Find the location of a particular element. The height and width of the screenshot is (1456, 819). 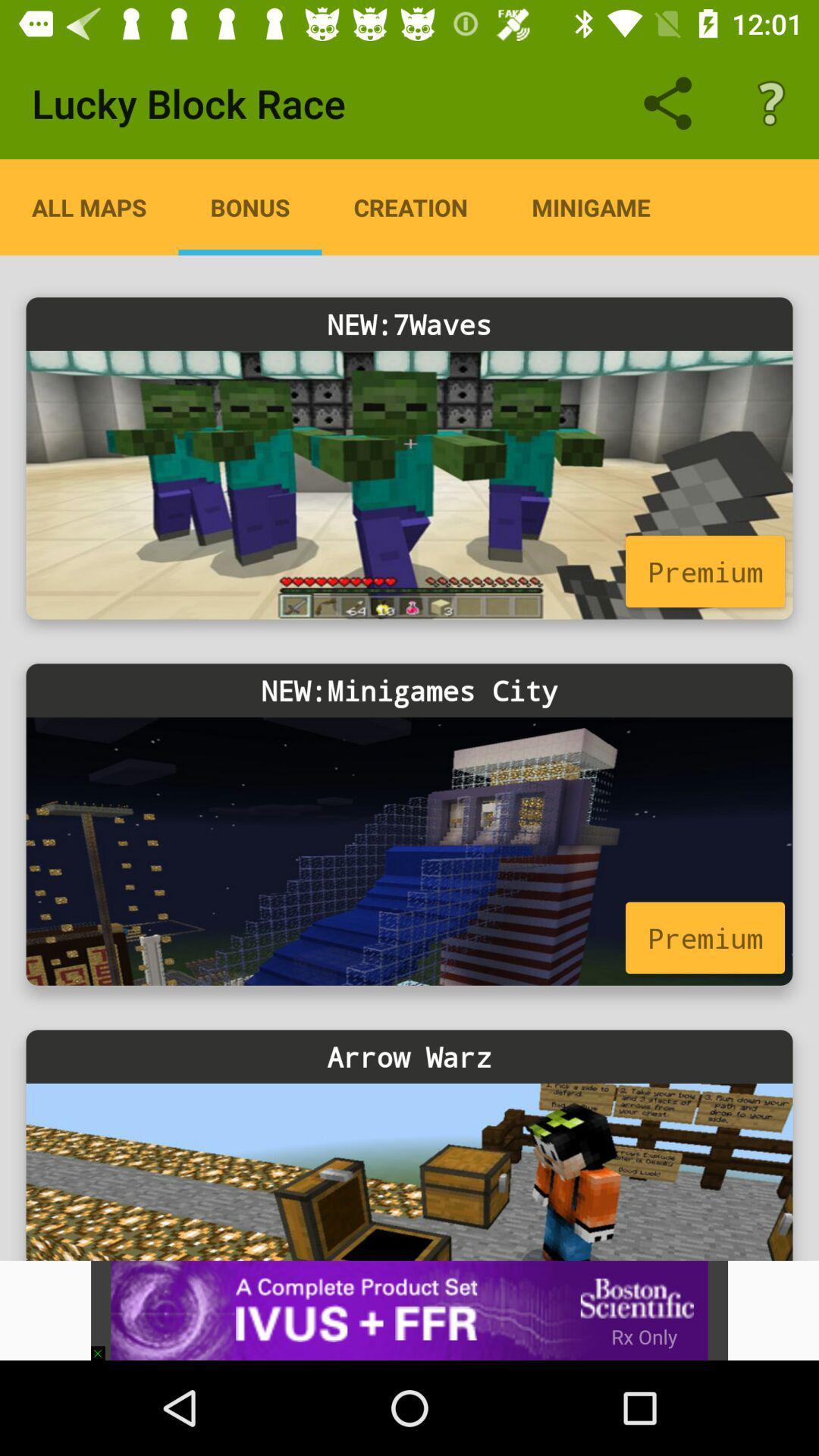

the item at the bottom left corner is located at coordinates (104, 1346).